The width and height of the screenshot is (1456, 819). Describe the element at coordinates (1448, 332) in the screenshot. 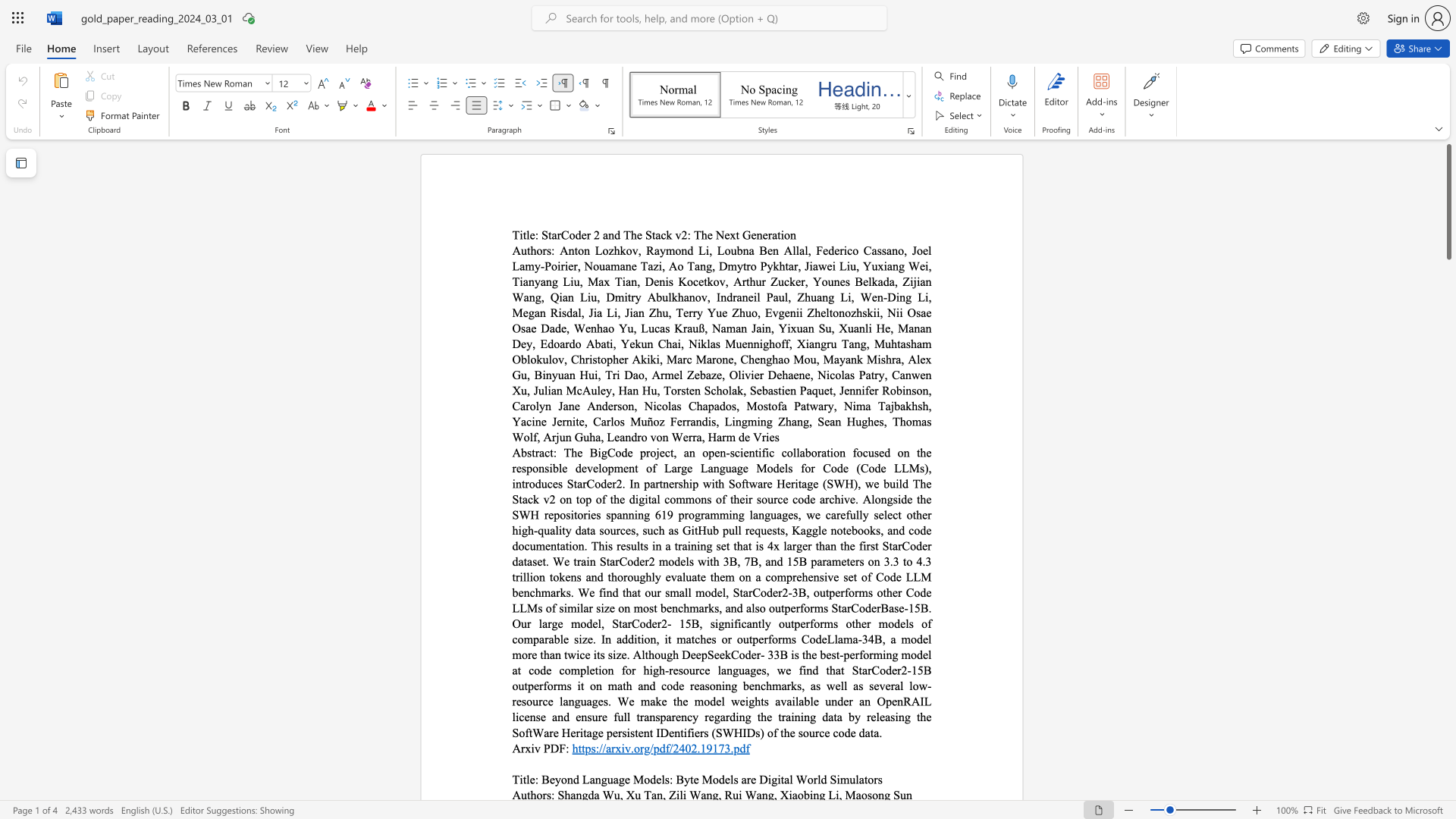

I see `the scrollbar to scroll the page down` at that location.